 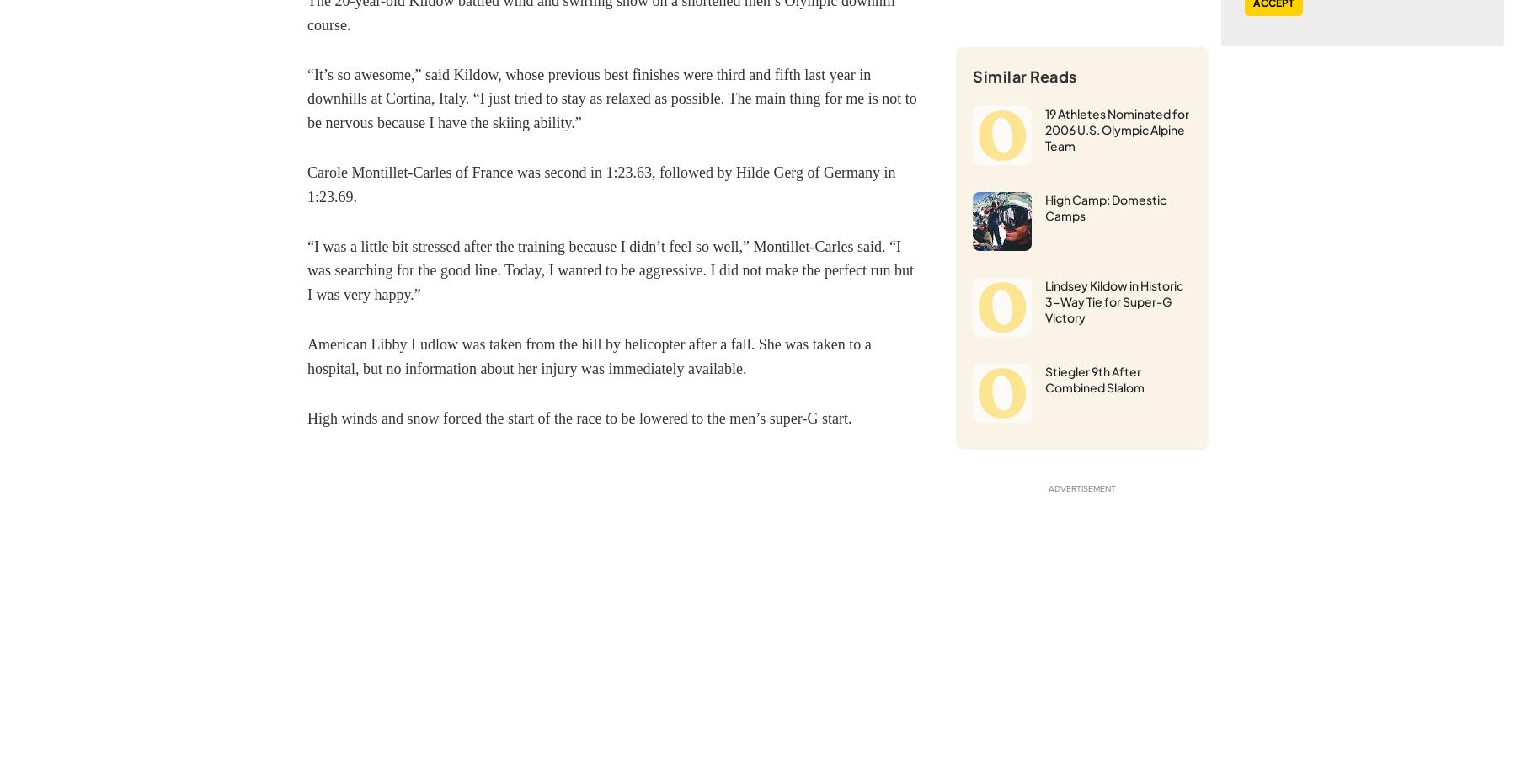 What do you see at coordinates (1117, 127) in the screenshot?
I see `'19 Athletes Nominated for 2006 U.S. Olympic Alpine Team'` at bounding box center [1117, 127].